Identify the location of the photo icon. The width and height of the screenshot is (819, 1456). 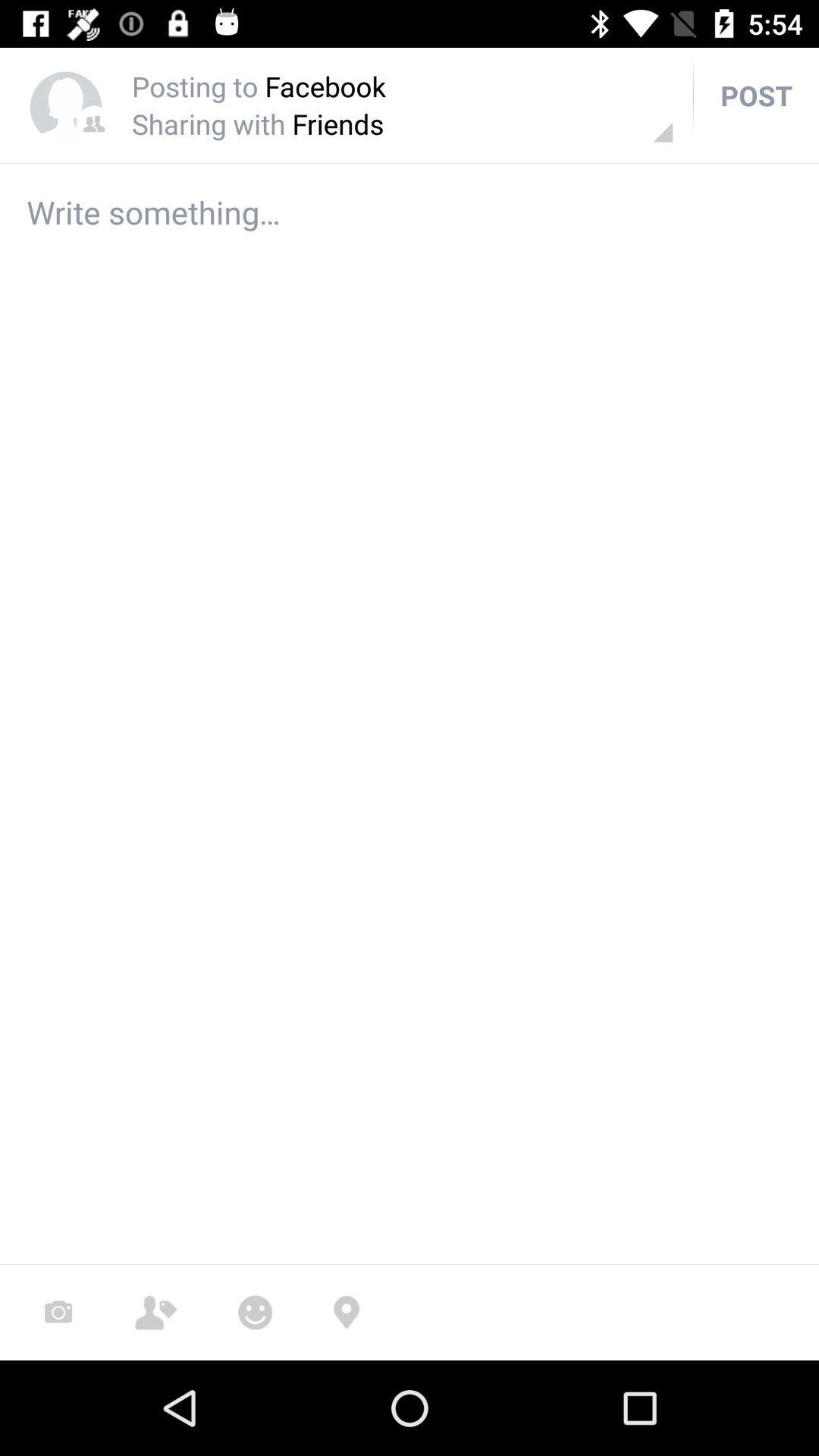
(58, 1312).